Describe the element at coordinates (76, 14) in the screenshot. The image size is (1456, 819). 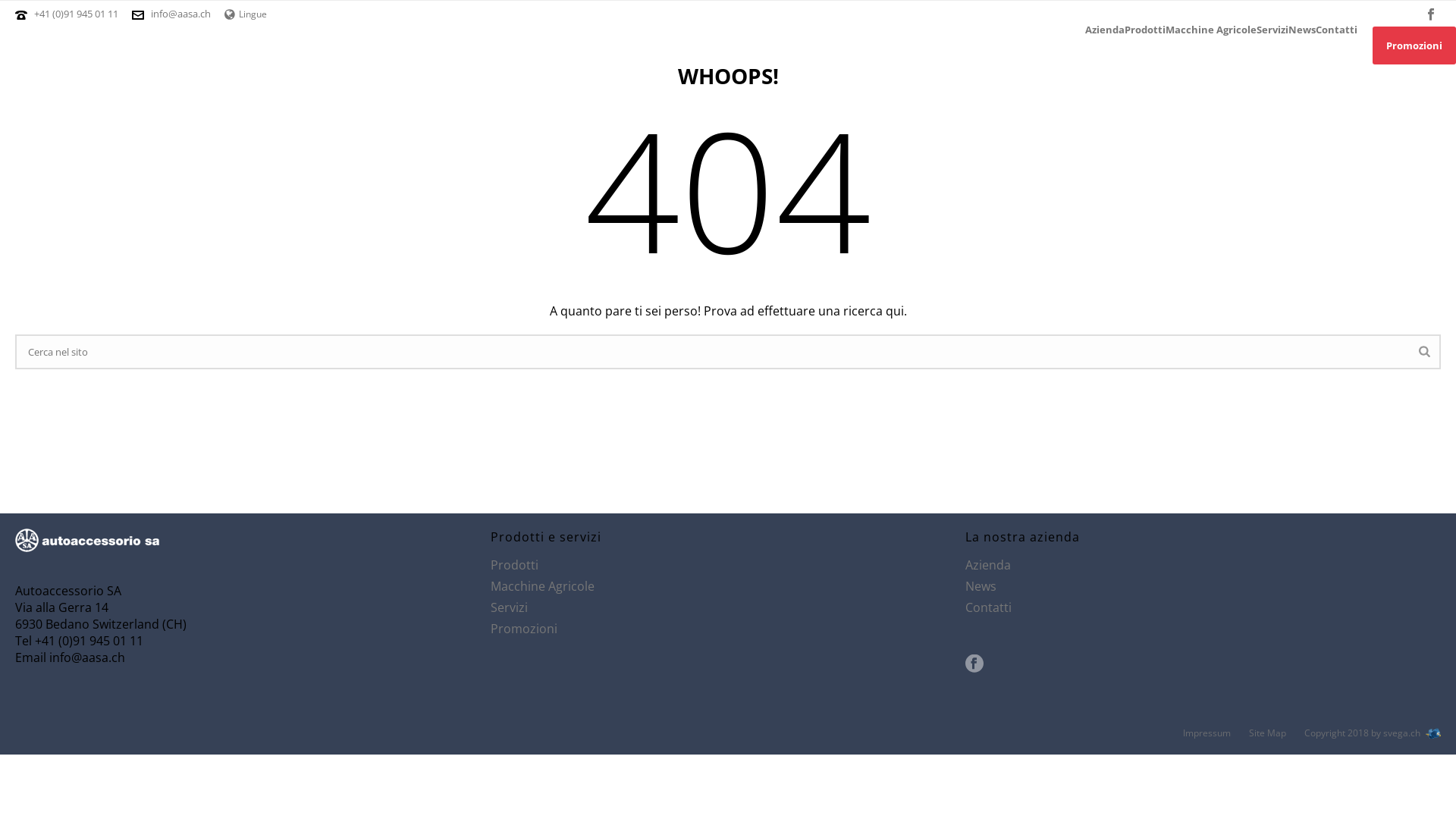
I see `'+41 (0)91 945 01 11'` at that location.